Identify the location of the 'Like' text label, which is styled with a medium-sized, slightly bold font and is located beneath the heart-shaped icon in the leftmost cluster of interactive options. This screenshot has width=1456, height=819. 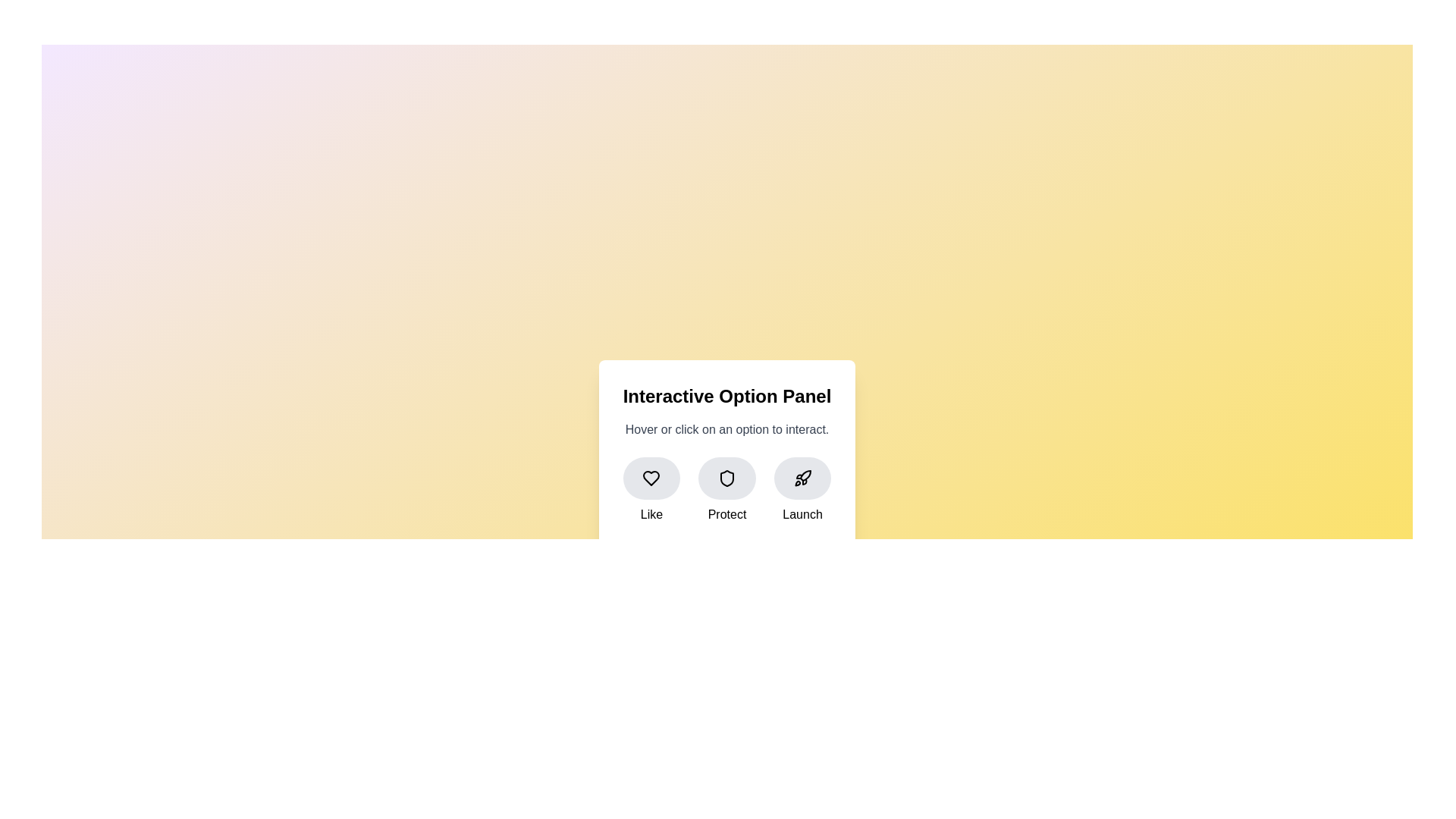
(651, 513).